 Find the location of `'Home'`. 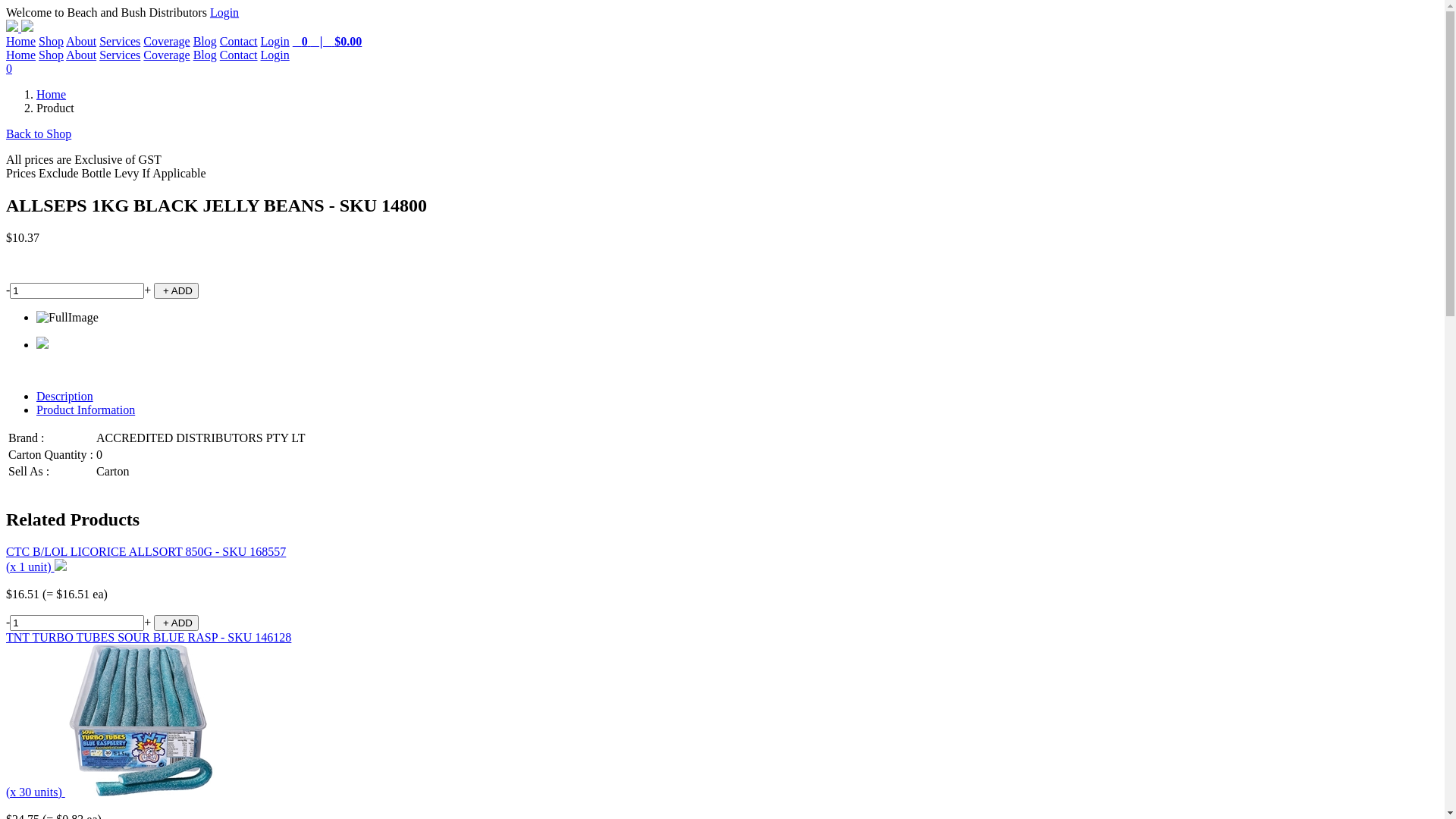

'Home' is located at coordinates (20, 54).